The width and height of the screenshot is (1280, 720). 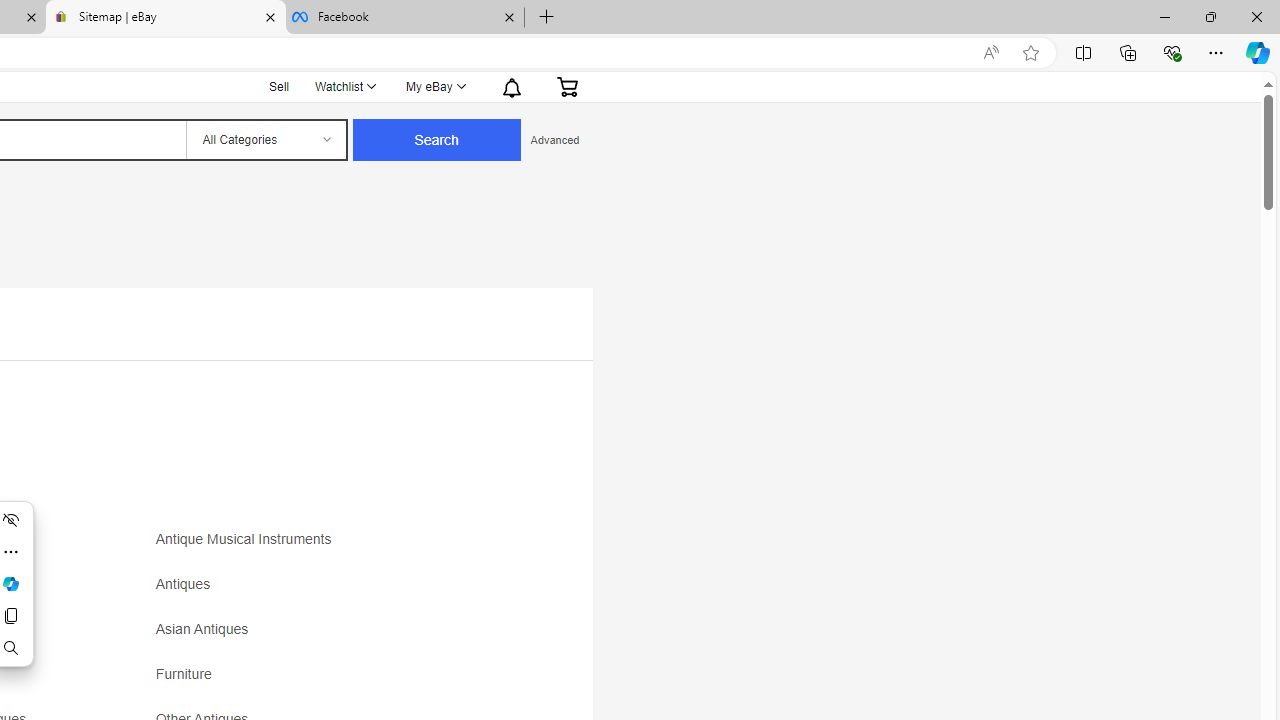 I want to click on 'Sitemap | eBay', so click(x=166, y=17).